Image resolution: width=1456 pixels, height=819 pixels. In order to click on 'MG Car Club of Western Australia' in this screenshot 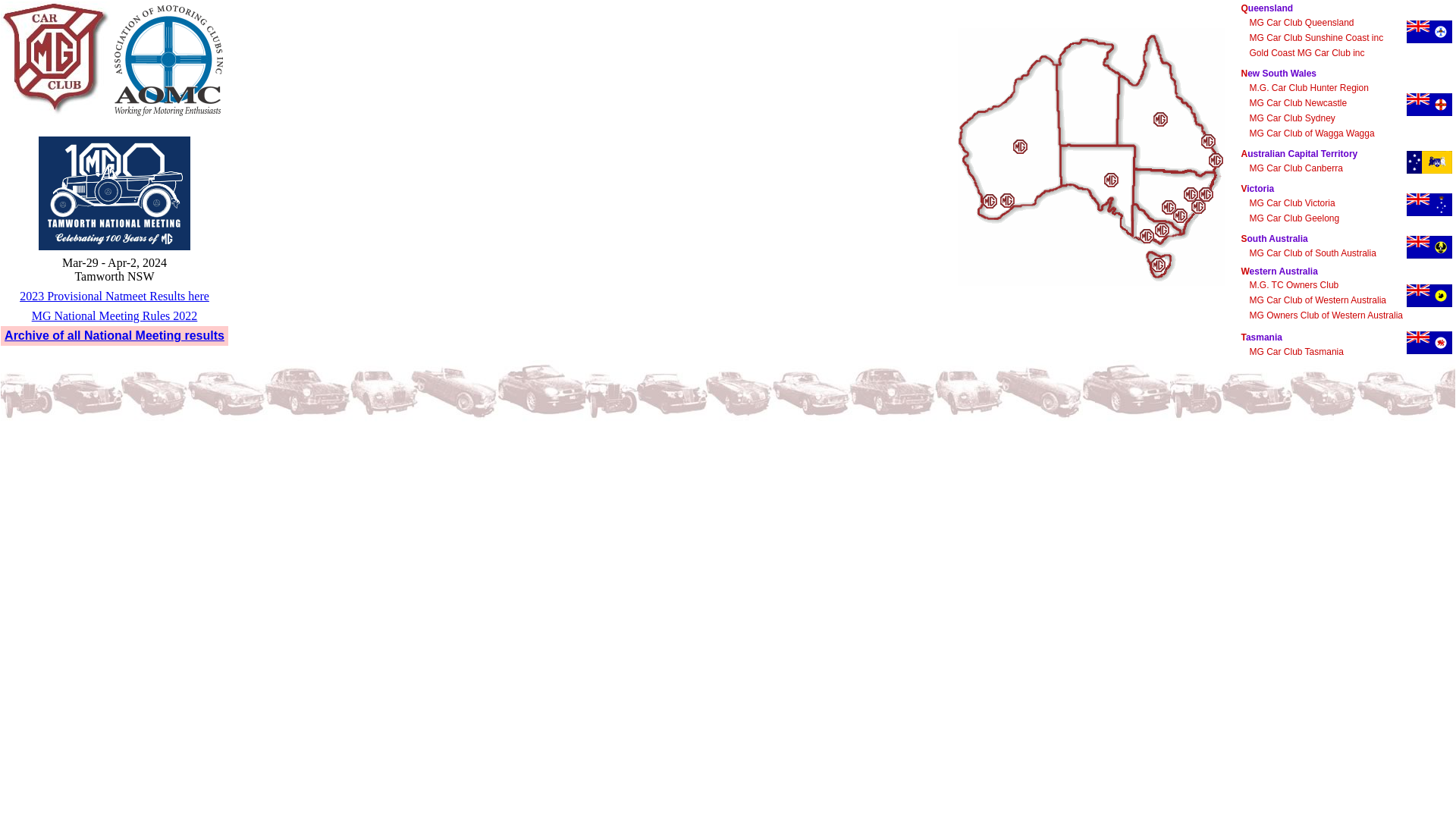, I will do `click(1316, 300)`.